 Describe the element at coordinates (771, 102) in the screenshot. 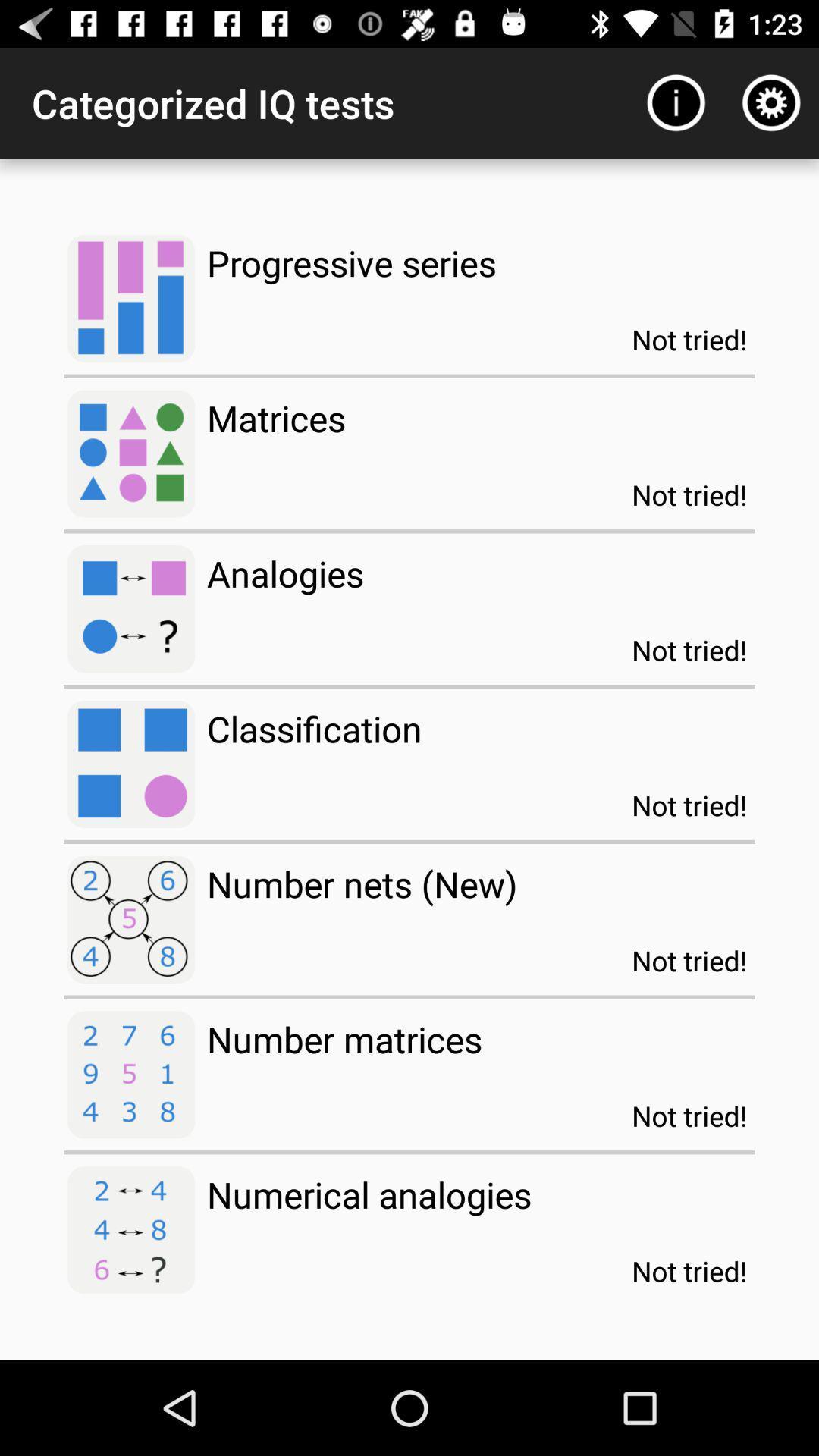

I see `the item above the not tried!` at that location.